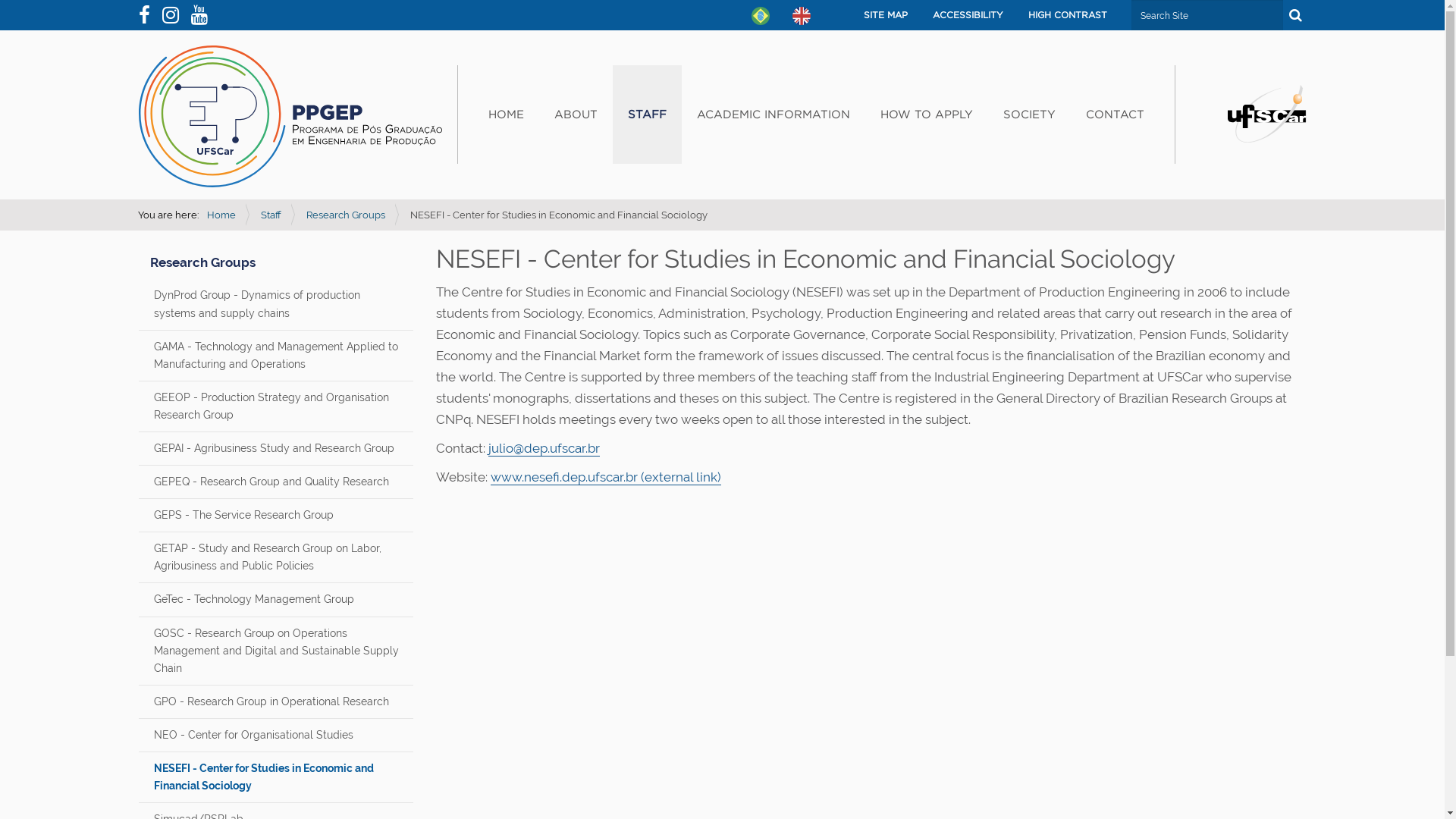 The width and height of the screenshot is (1456, 819). Describe the element at coordinates (271, 215) in the screenshot. I see `'Staff'` at that location.